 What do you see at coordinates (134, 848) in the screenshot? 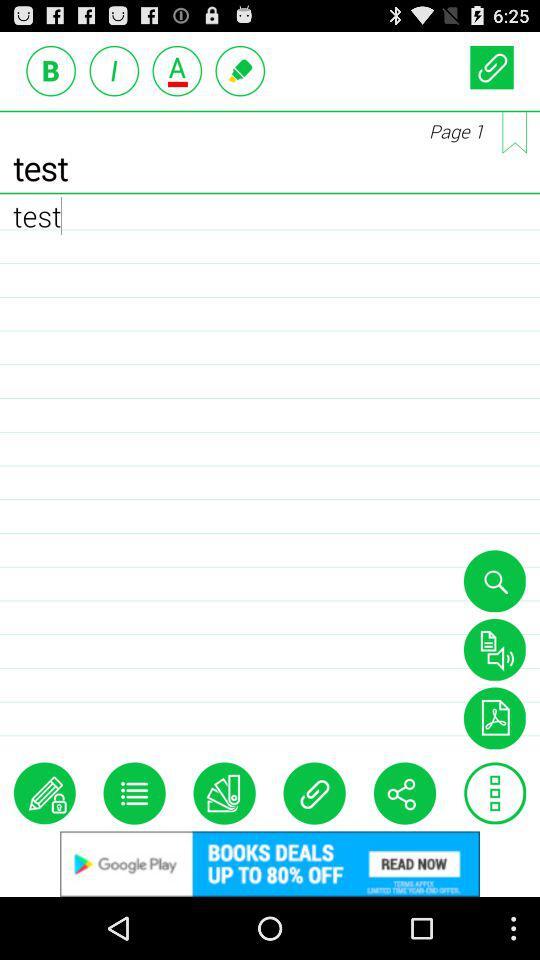
I see `the list icon` at bounding box center [134, 848].